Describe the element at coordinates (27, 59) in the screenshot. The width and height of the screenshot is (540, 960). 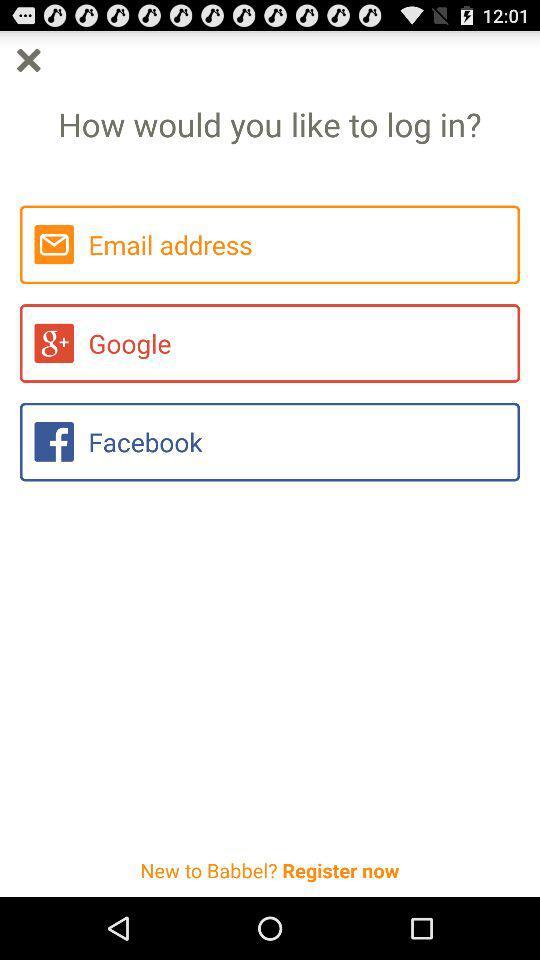
I see `screen` at that location.